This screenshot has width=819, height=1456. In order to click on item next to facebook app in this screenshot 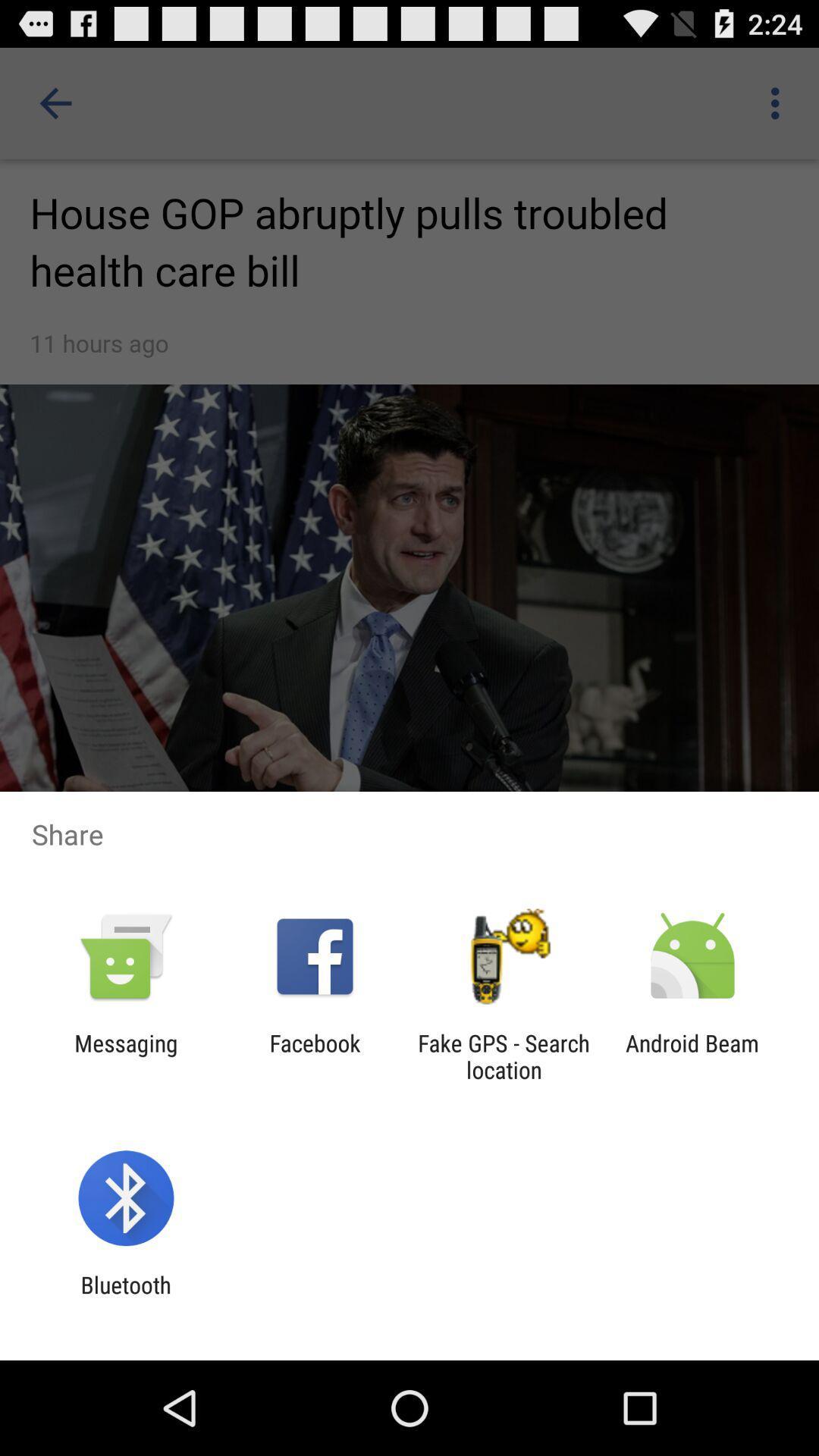, I will do `click(504, 1056)`.